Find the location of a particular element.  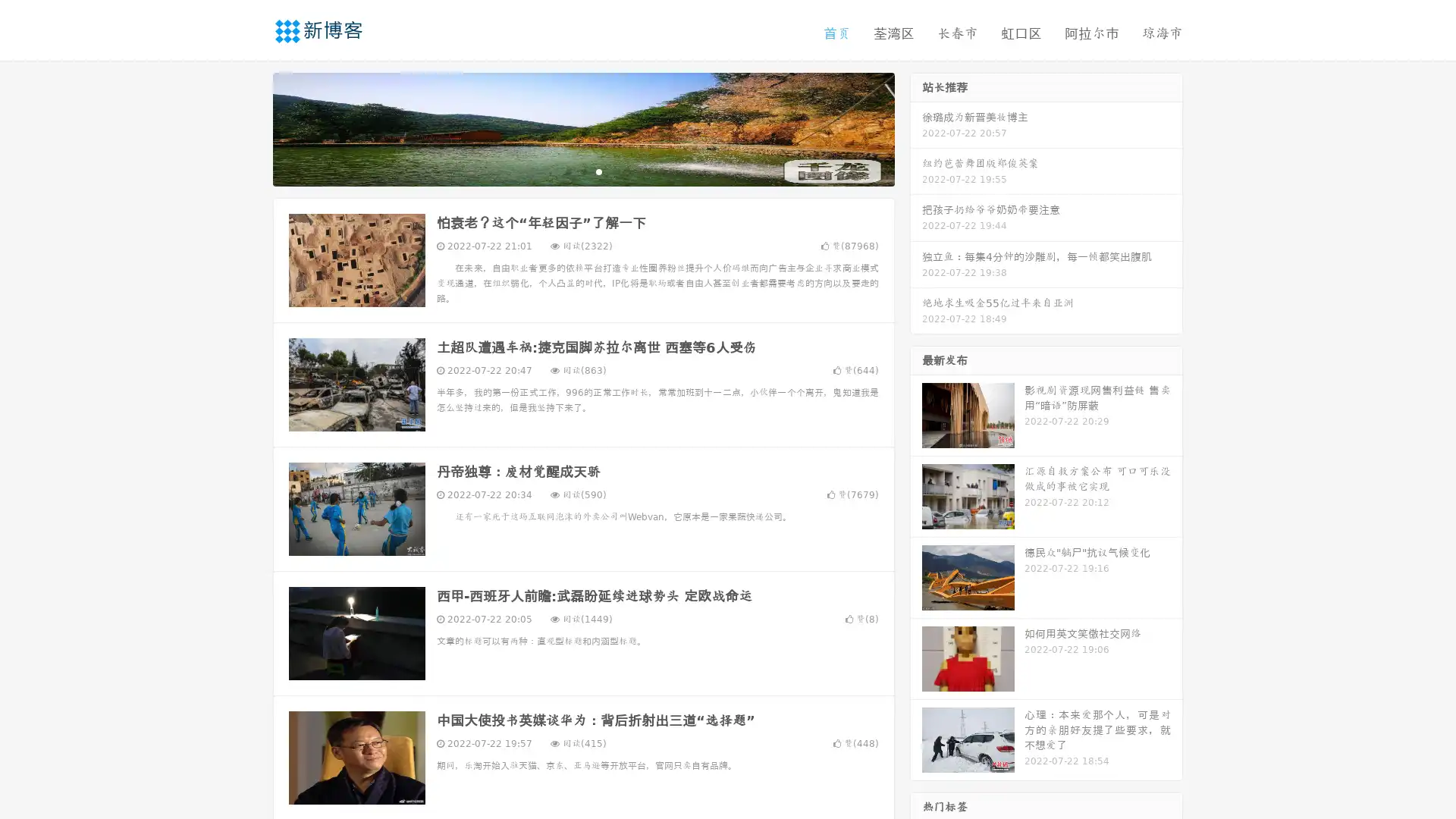

Go to slide 3 is located at coordinates (598, 171).